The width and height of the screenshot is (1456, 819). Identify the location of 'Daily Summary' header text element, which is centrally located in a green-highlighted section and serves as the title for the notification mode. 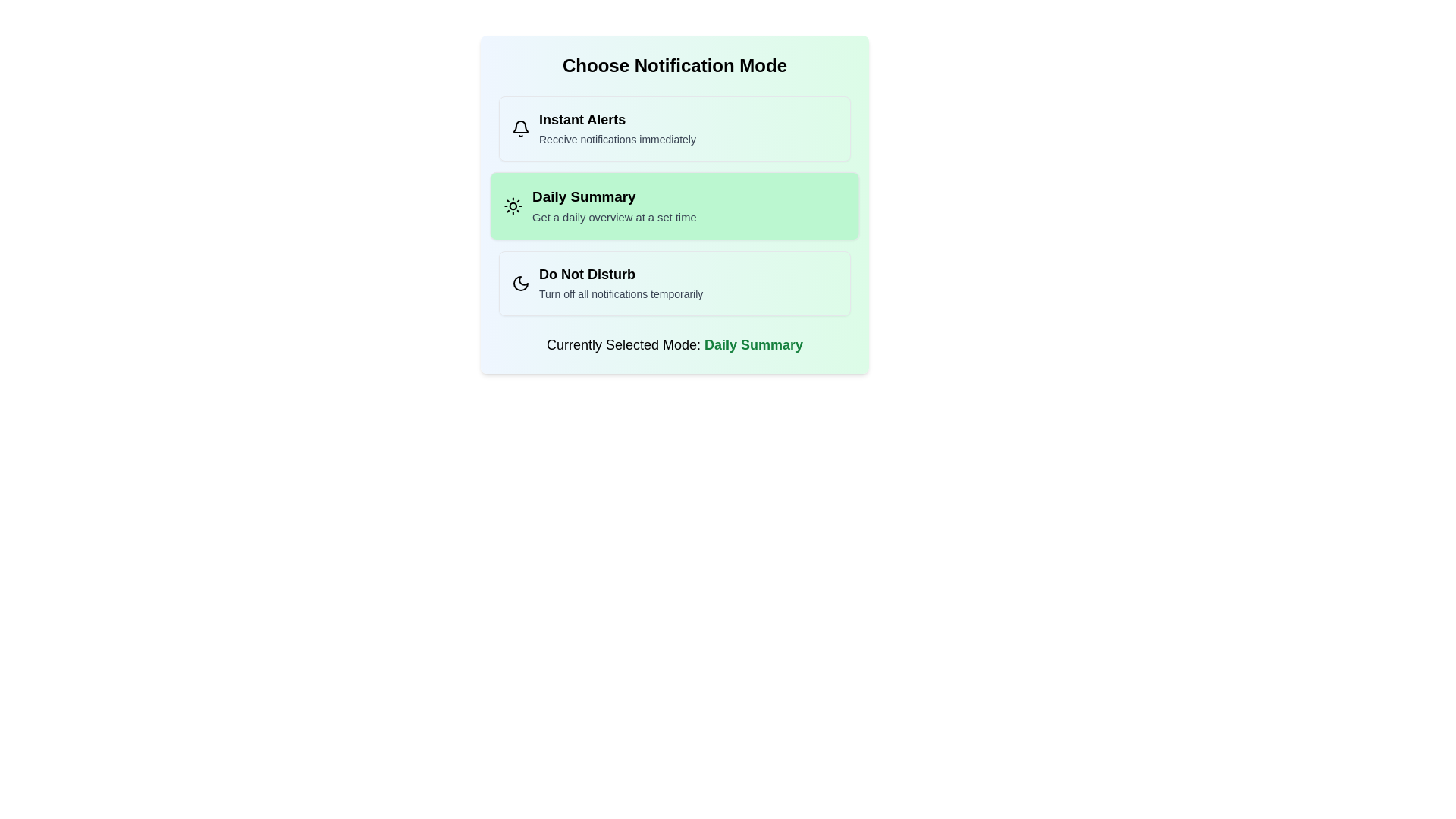
(614, 196).